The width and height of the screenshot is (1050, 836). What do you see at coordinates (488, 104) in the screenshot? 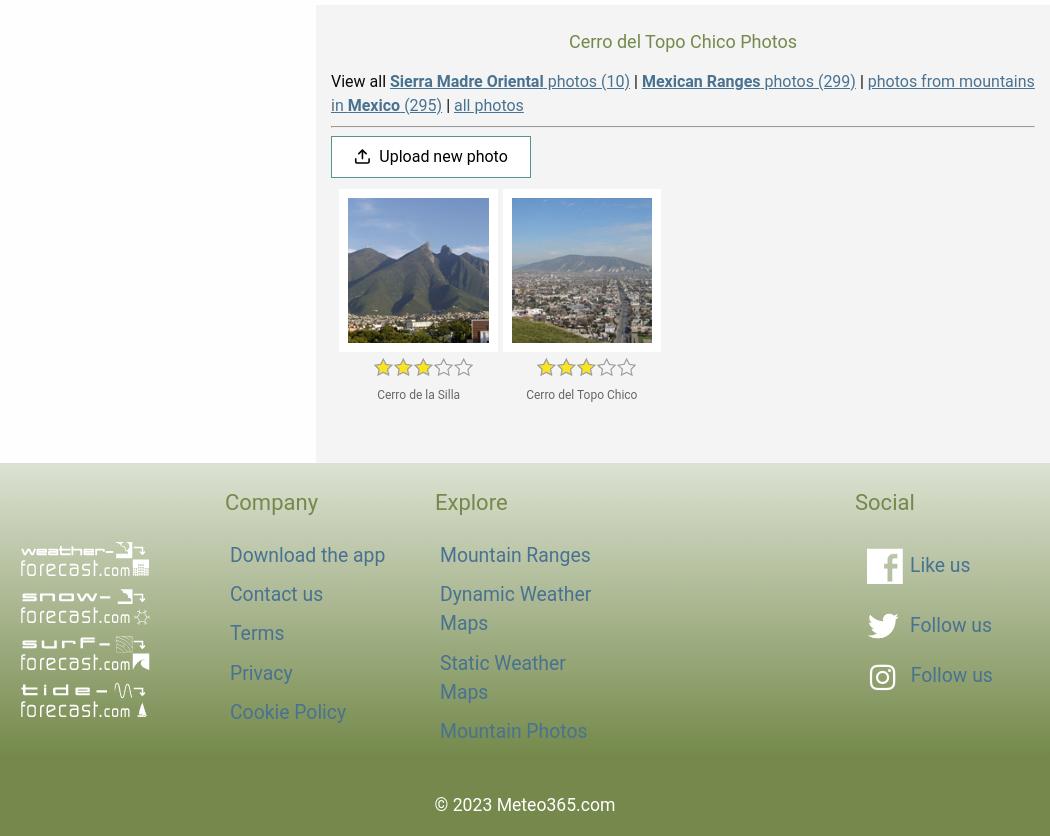
I see `'all photos'` at bounding box center [488, 104].